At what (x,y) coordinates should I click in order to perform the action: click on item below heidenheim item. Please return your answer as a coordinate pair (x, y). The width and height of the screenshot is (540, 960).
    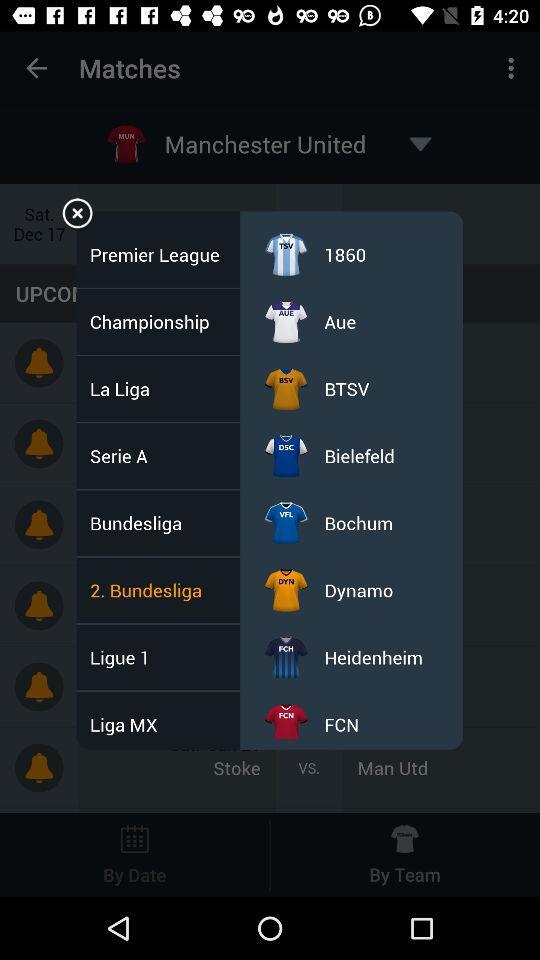
    Looking at the image, I should click on (340, 723).